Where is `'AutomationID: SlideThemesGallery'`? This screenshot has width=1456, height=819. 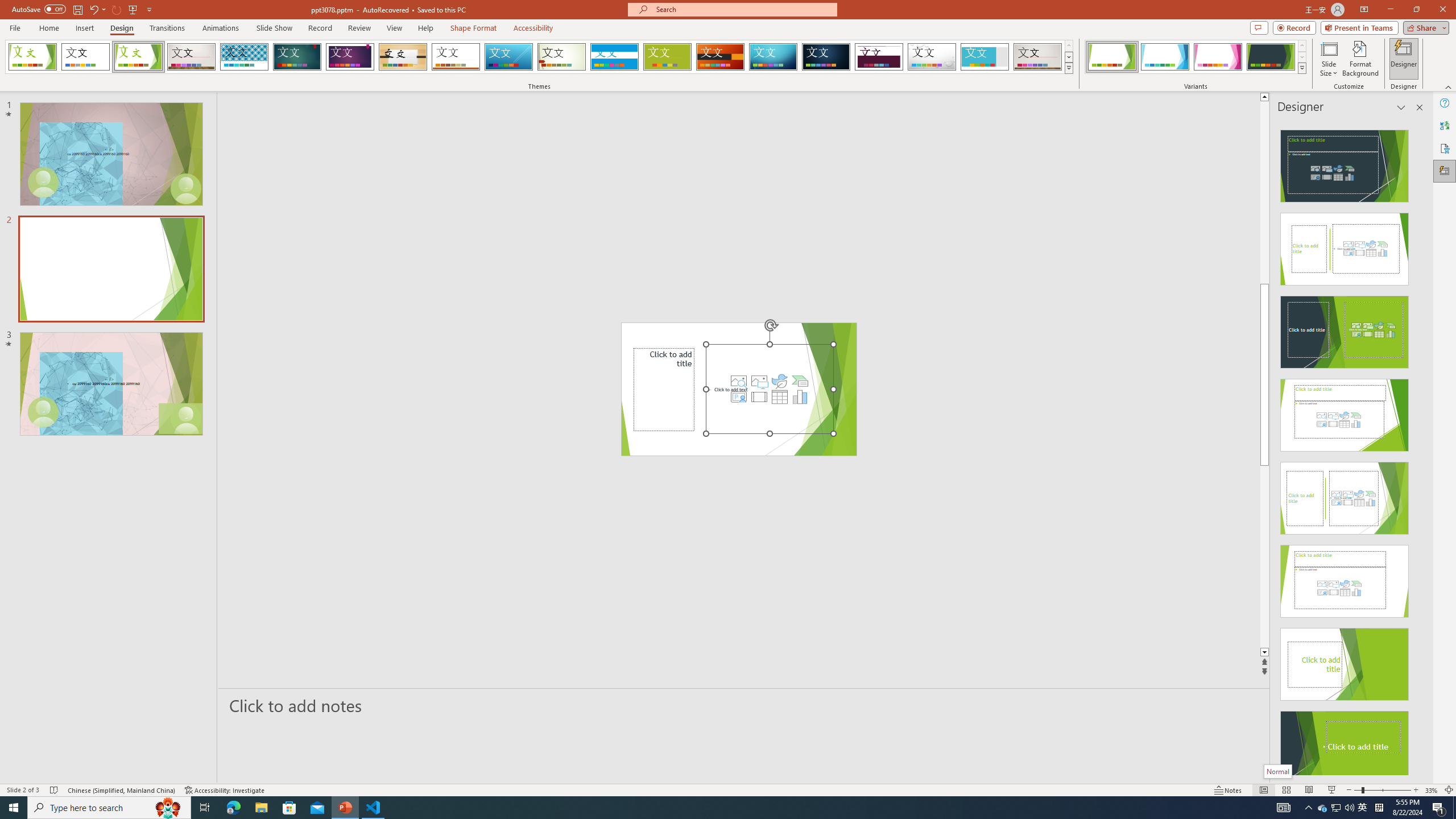
'AutomationID: SlideThemesGallery' is located at coordinates (539, 56).